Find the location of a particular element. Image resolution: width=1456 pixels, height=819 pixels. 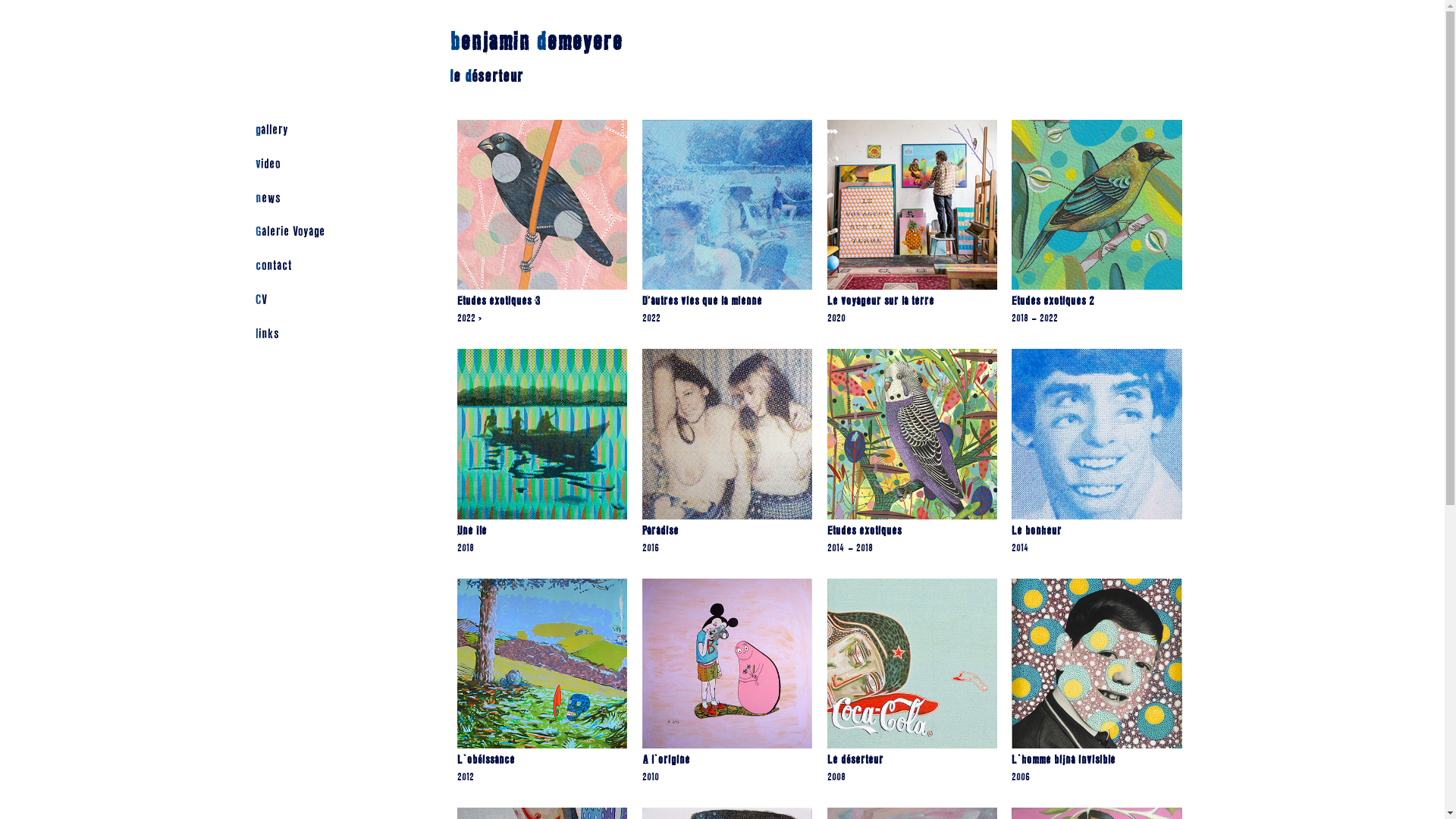

'benjamin demeyere' is located at coordinates (535, 41).